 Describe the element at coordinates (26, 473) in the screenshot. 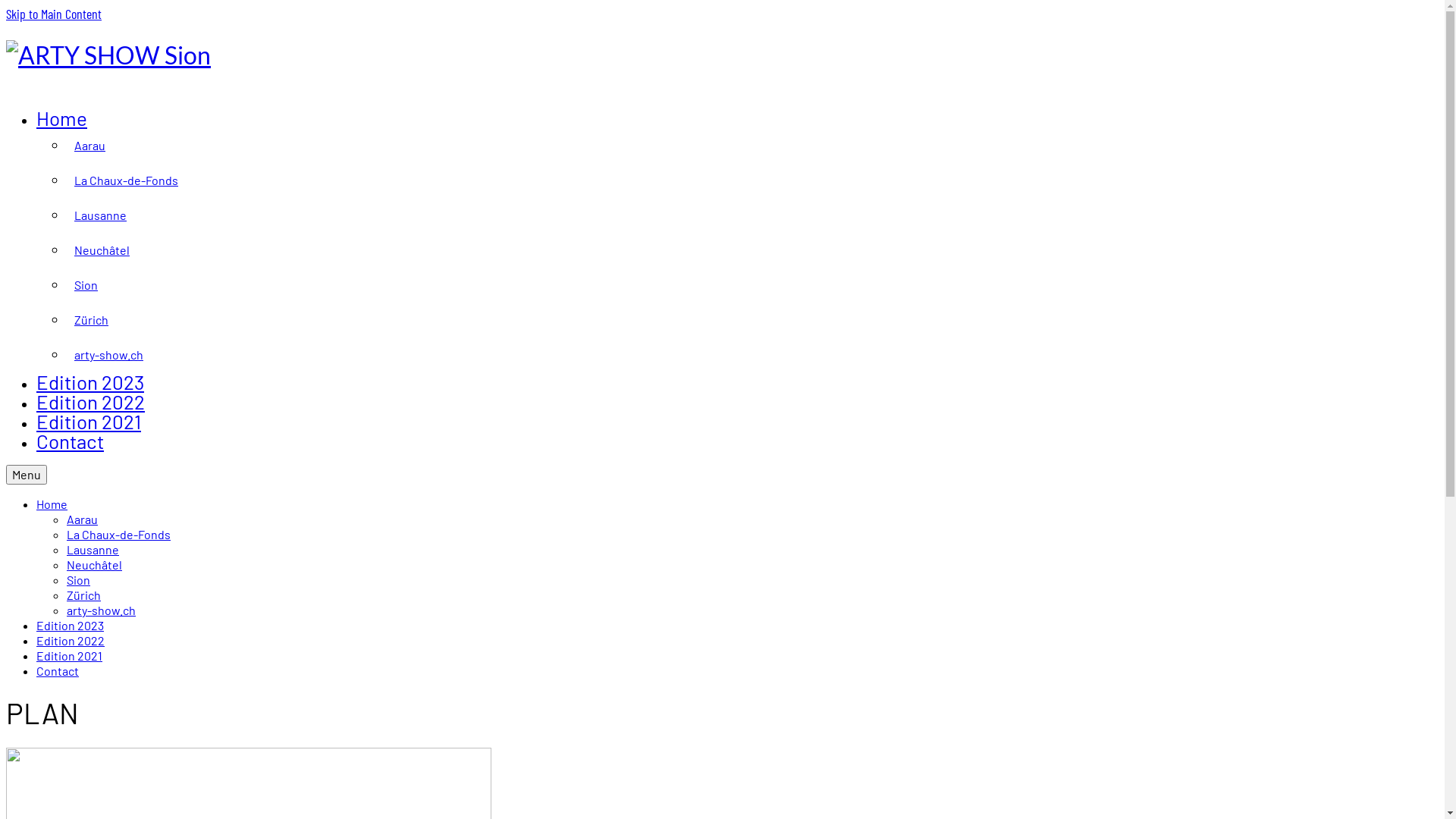

I see `'Menu'` at that location.